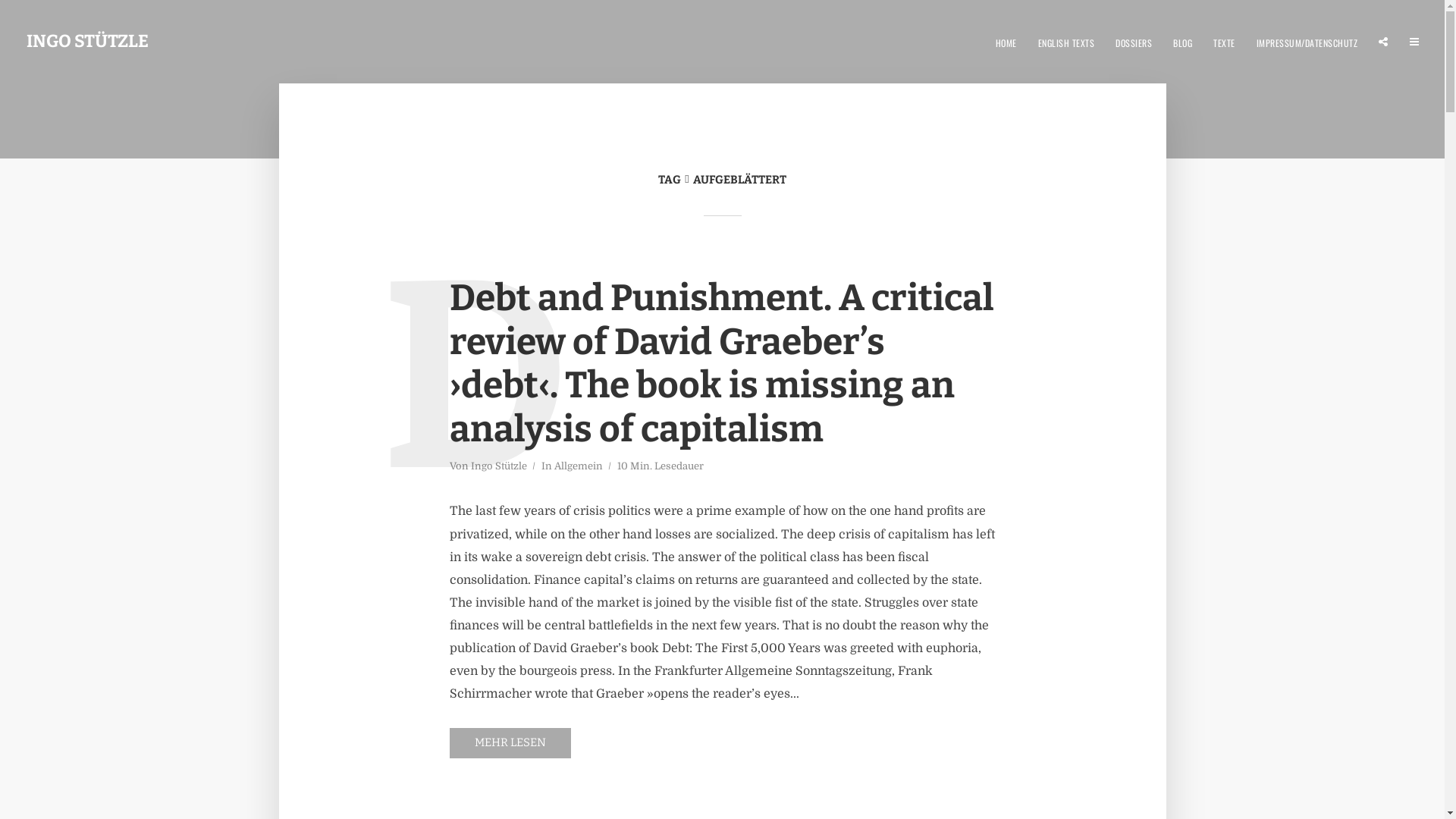 This screenshot has width=1456, height=819. I want to click on 'MEHR LESEN', so click(447, 742).